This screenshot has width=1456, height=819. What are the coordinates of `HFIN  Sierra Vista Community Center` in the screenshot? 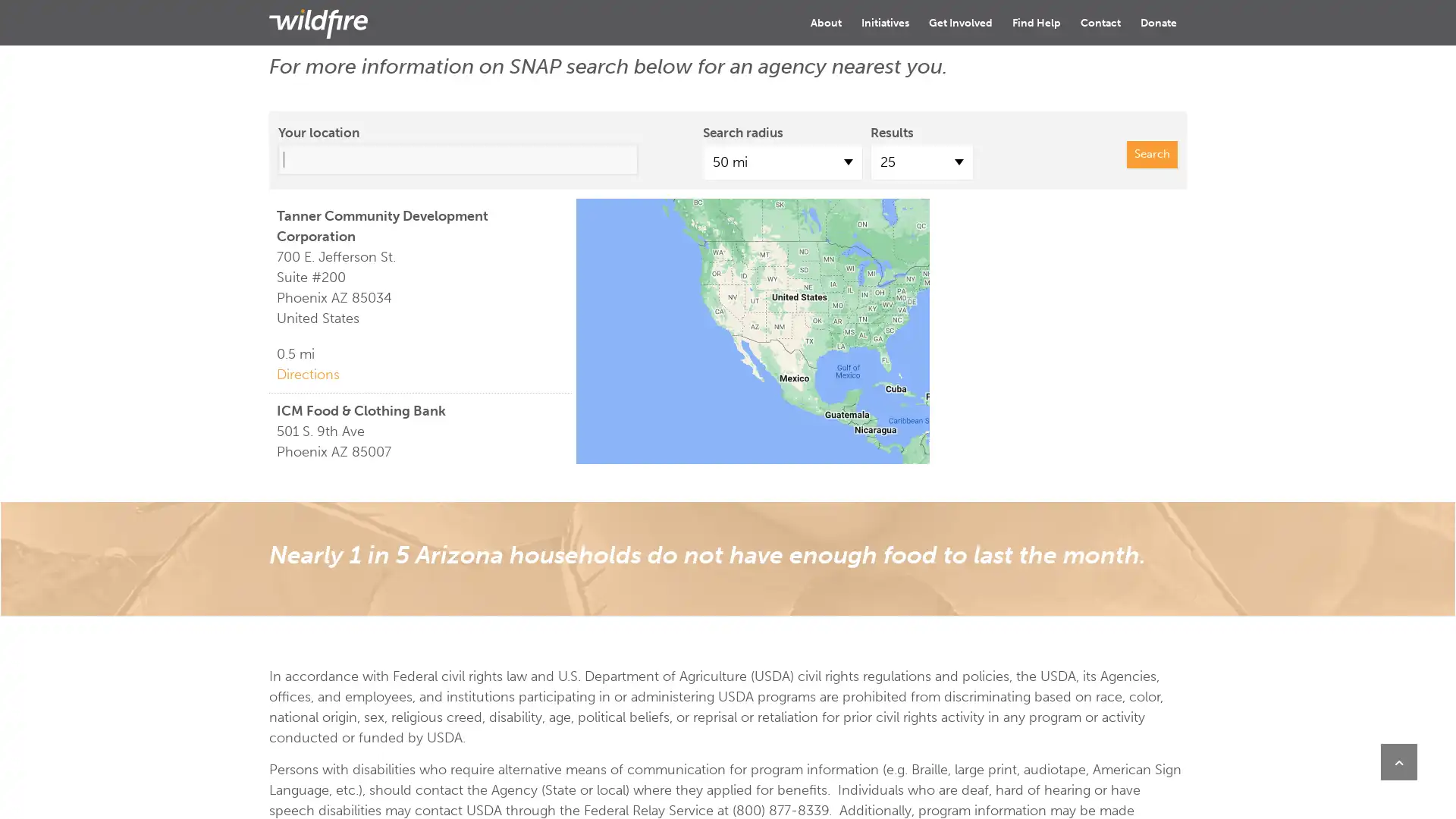 It's located at (890, 360).